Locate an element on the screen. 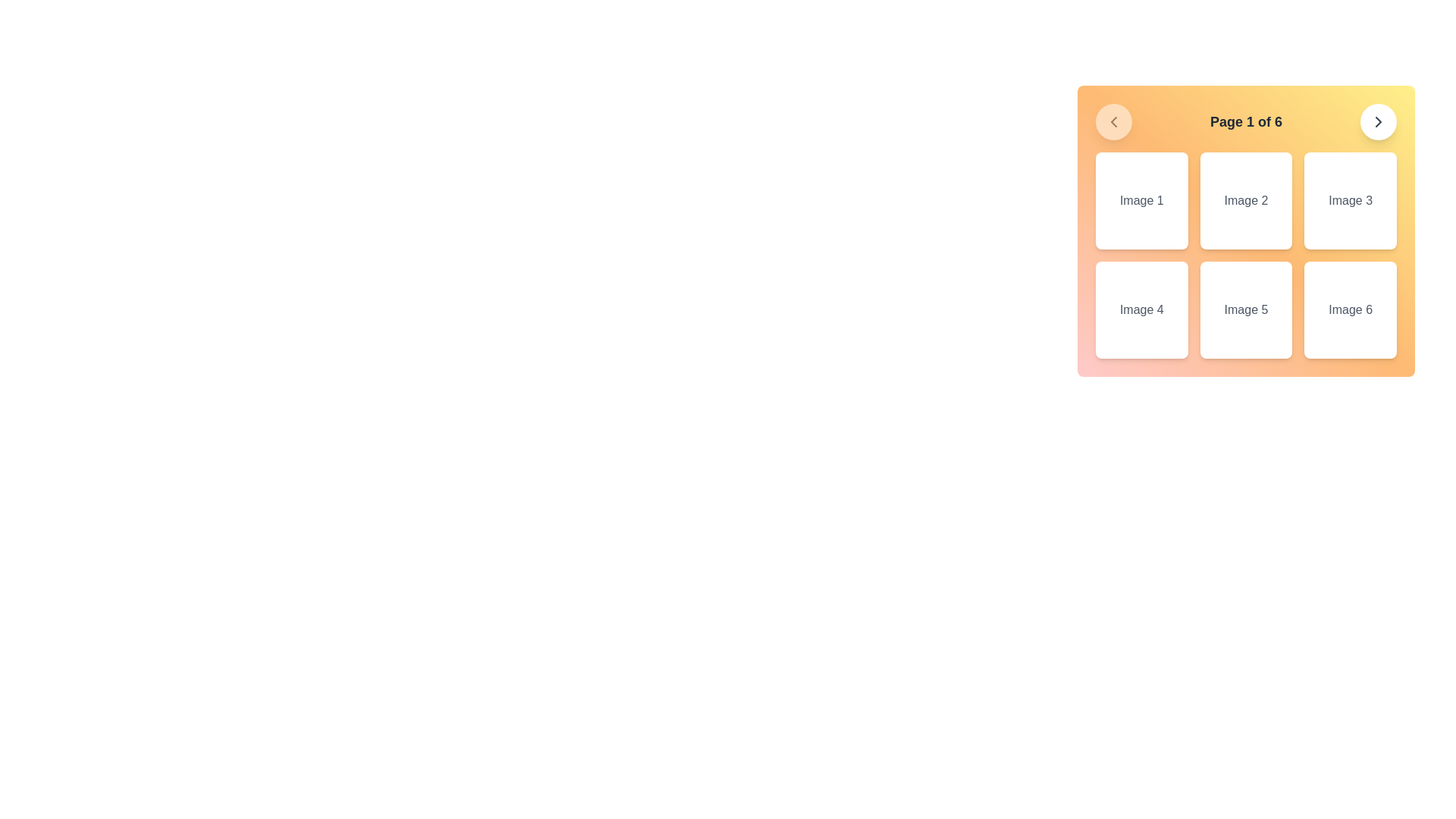  the Button-like tile located in the first row, second column of the grid layout, which is surrounded by 'Image 1' on the left and 'Image 3' on the right is located at coordinates (1246, 200).